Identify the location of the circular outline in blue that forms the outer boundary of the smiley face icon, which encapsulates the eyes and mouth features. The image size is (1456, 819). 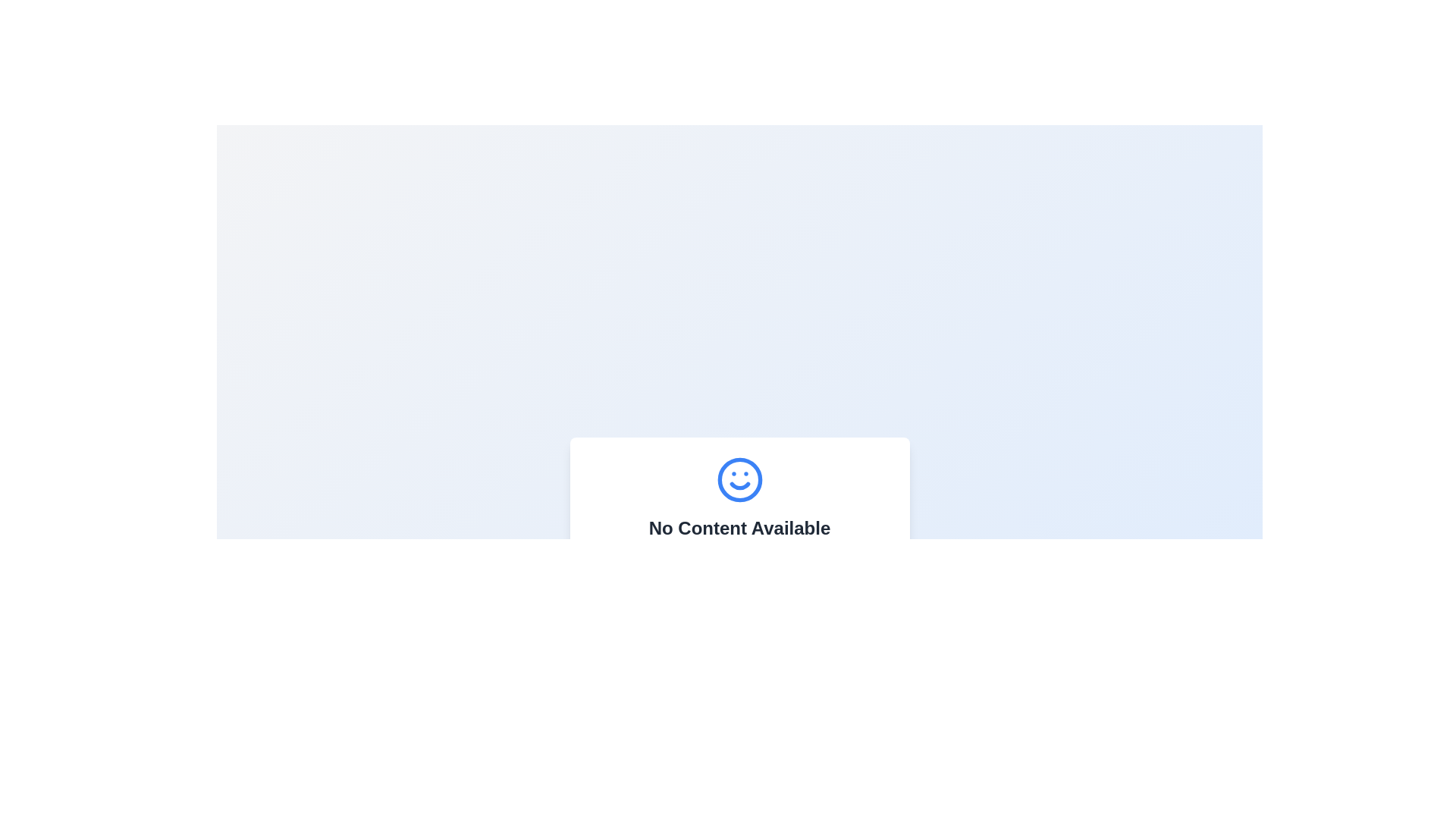
(739, 479).